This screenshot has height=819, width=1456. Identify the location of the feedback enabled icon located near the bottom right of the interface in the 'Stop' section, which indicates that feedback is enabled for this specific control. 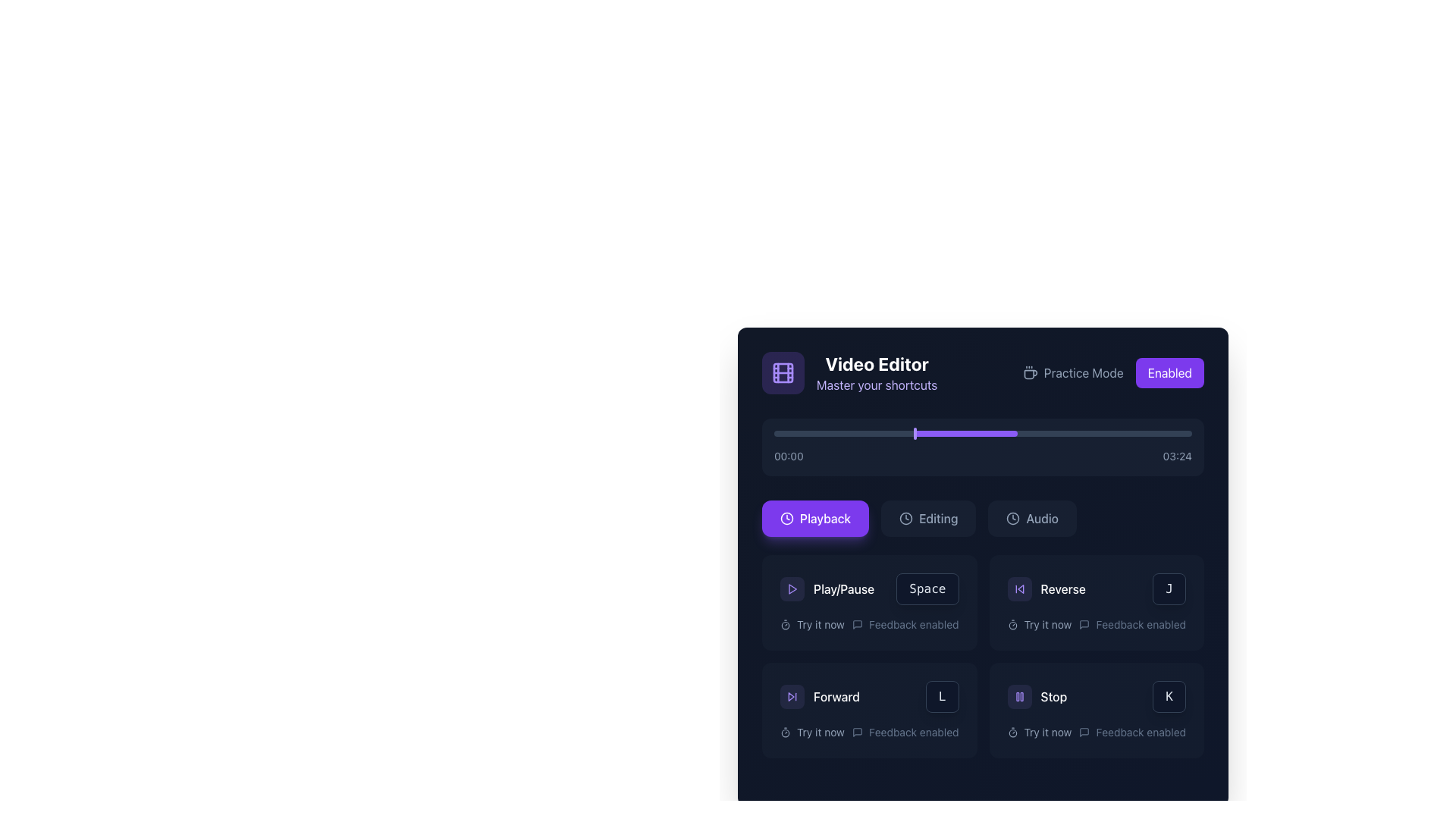
(1084, 731).